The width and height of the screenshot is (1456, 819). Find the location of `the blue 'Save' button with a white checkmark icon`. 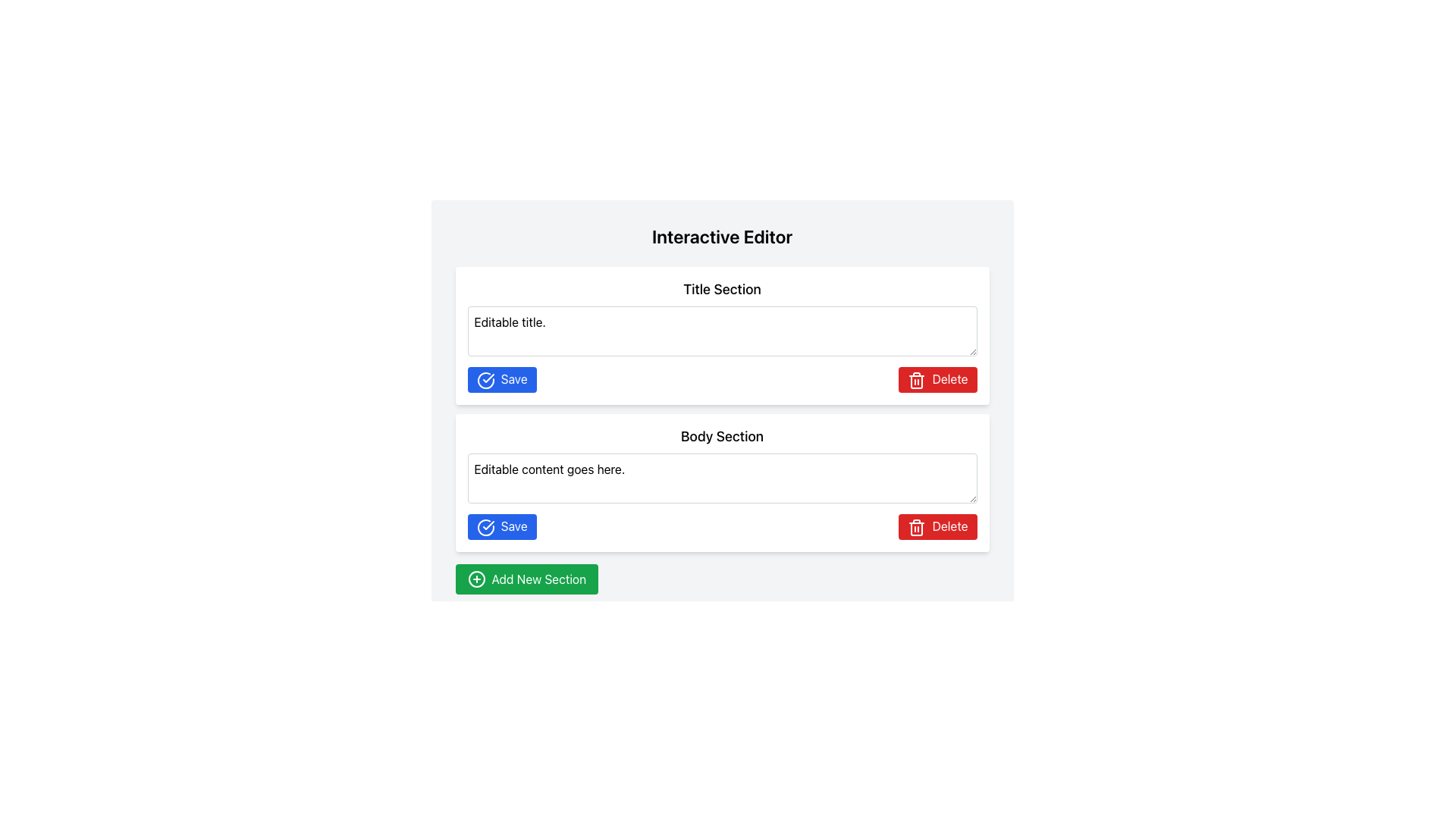

the blue 'Save' button with a white checkmark icon is located at coordinates (502, 526).